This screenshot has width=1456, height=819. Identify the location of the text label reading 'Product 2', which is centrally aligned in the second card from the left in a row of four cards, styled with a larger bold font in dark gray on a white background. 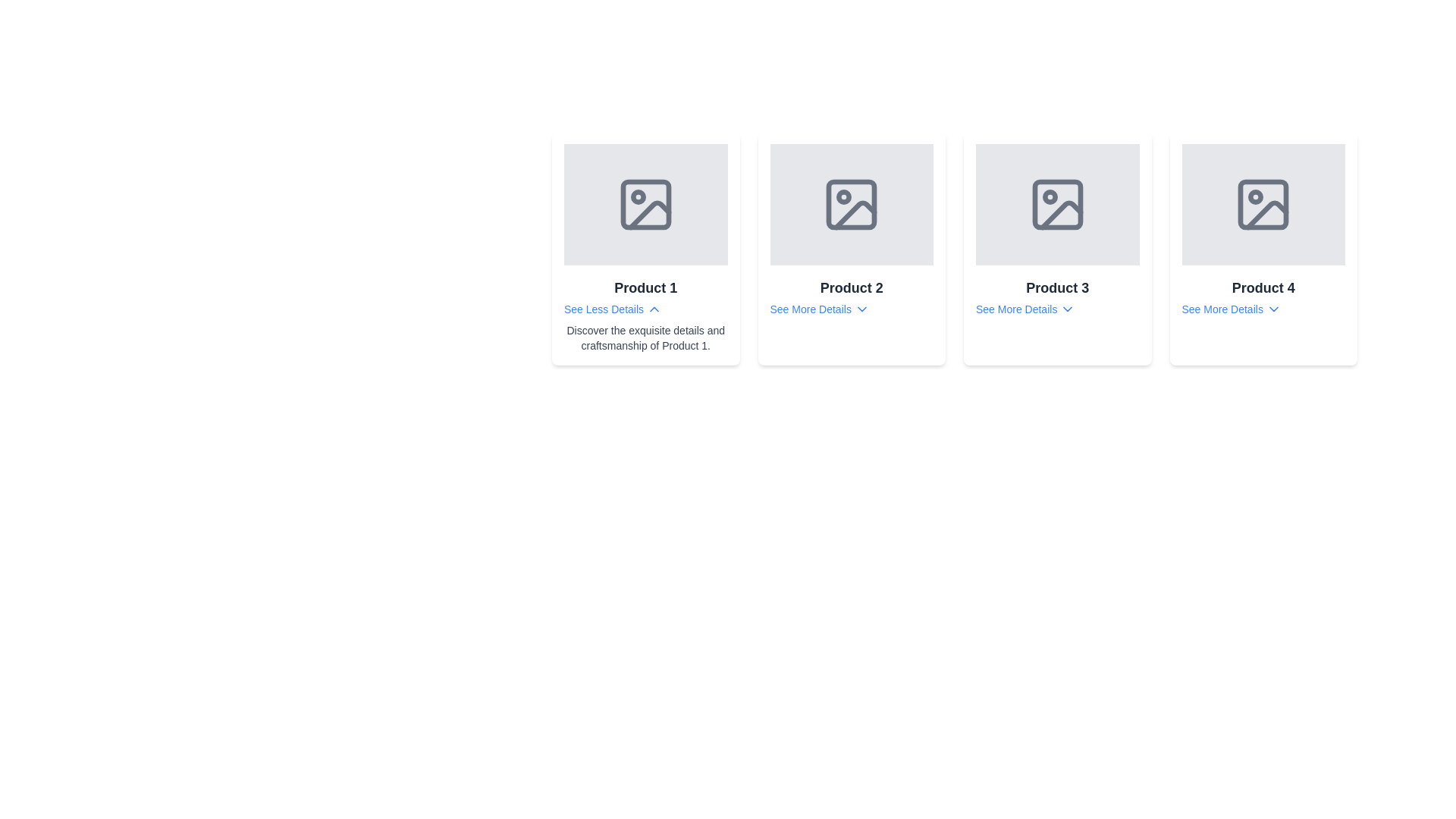
(852, 288).